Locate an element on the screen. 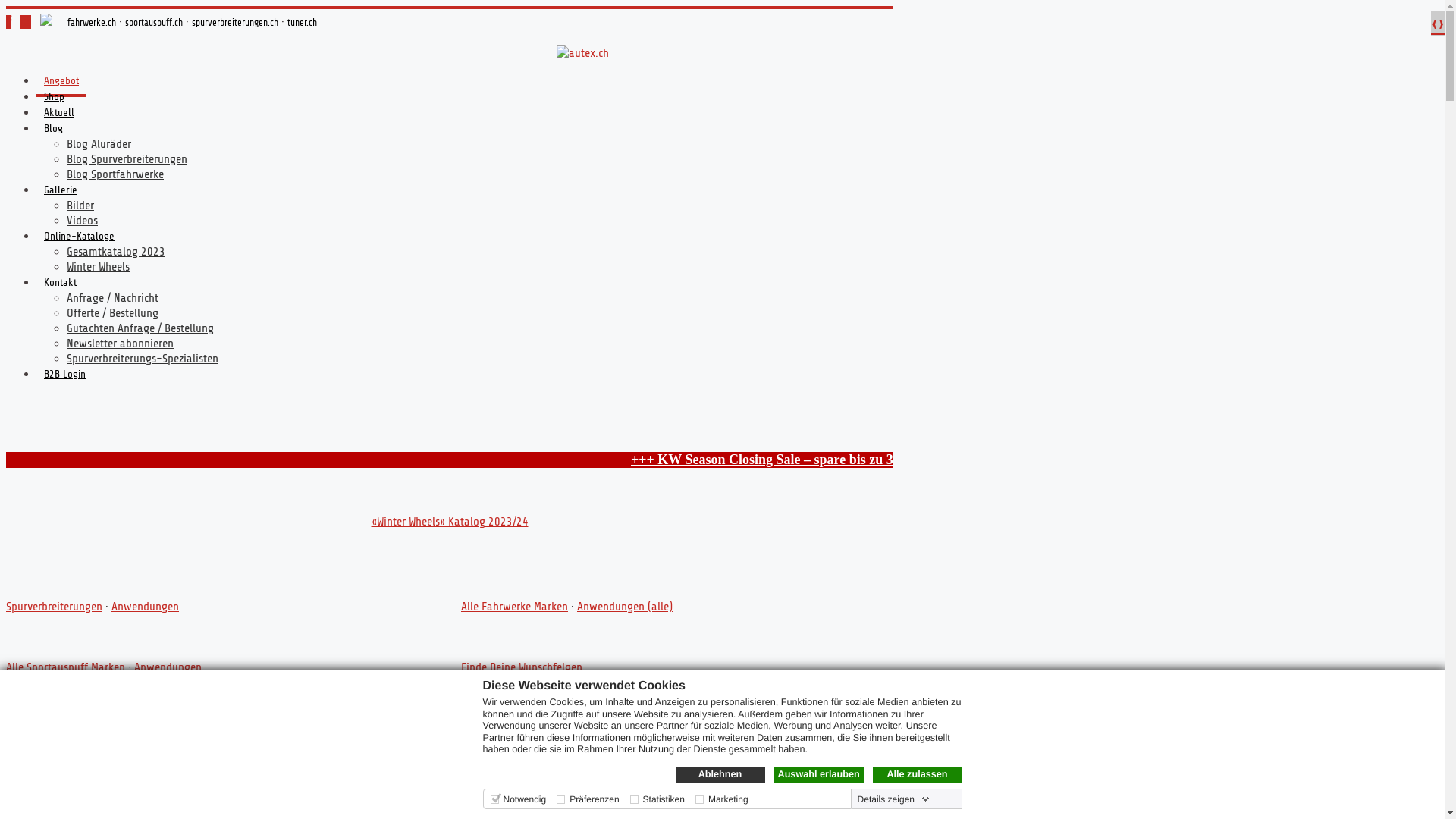  'Anfrage / Nachricht' is located at coordinates (111, 298).